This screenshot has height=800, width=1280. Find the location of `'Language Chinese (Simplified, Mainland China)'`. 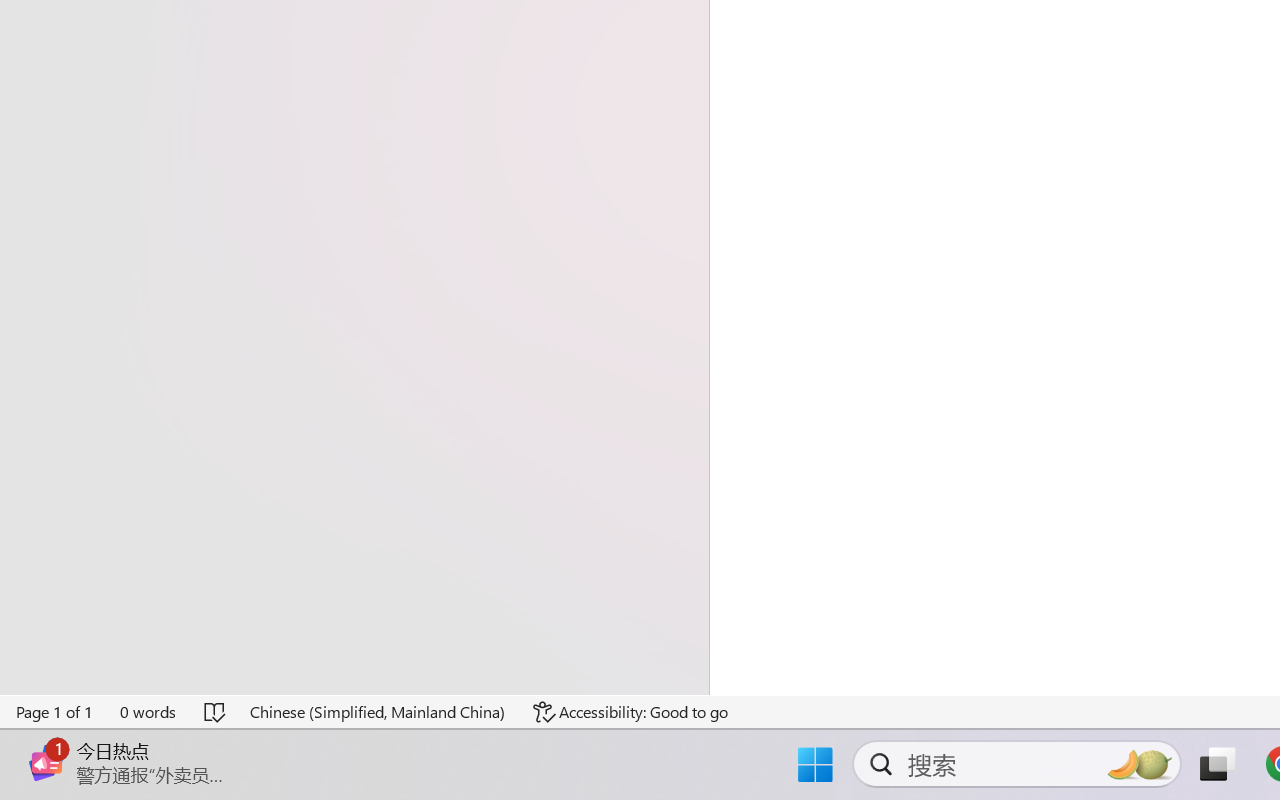

'Language Chinese (Simplified, Mainland China)' is located at coordinates (378, 711).